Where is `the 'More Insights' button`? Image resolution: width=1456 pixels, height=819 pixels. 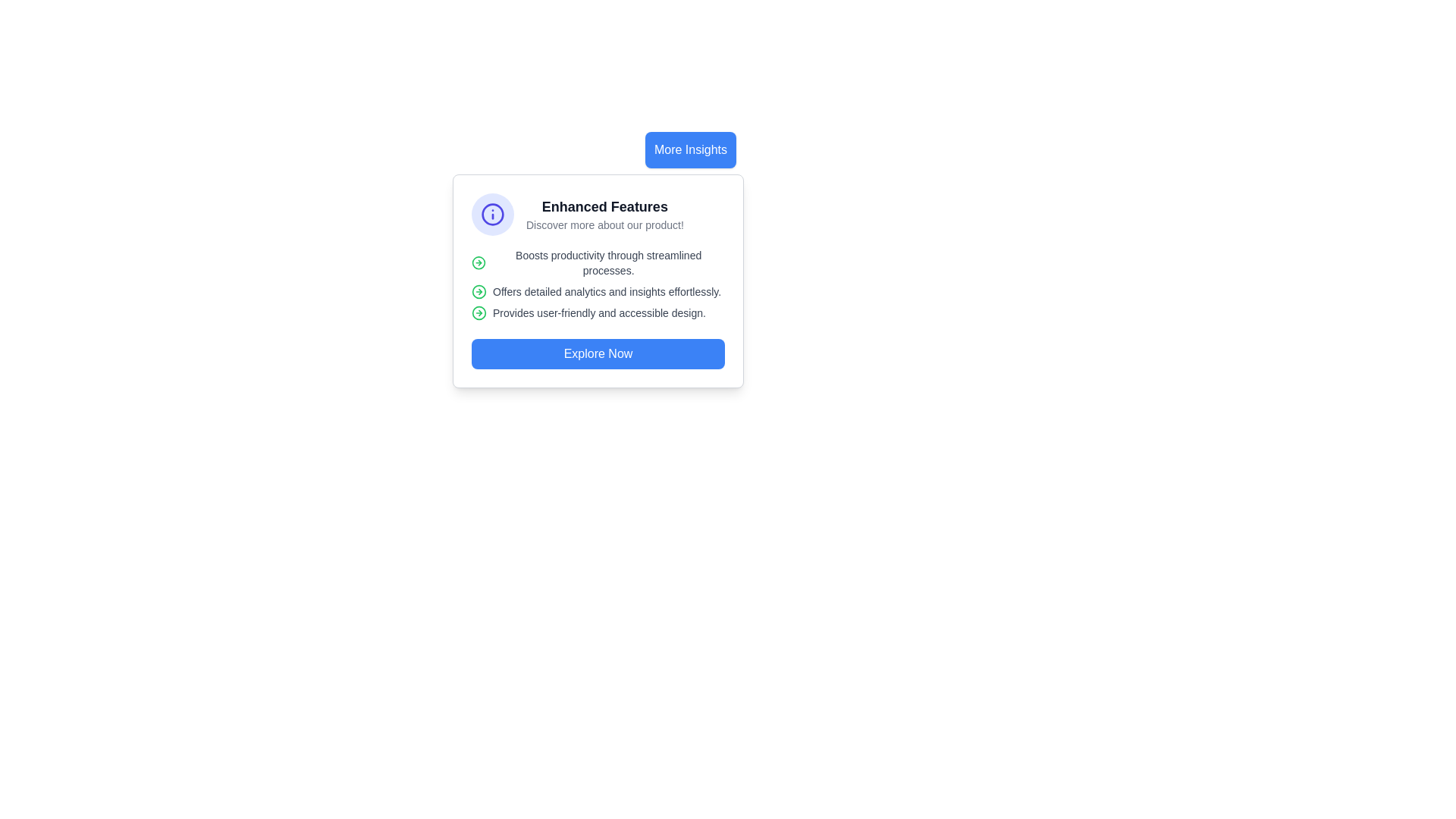 the 'More Insights' button is located at coordinates (690, 149).